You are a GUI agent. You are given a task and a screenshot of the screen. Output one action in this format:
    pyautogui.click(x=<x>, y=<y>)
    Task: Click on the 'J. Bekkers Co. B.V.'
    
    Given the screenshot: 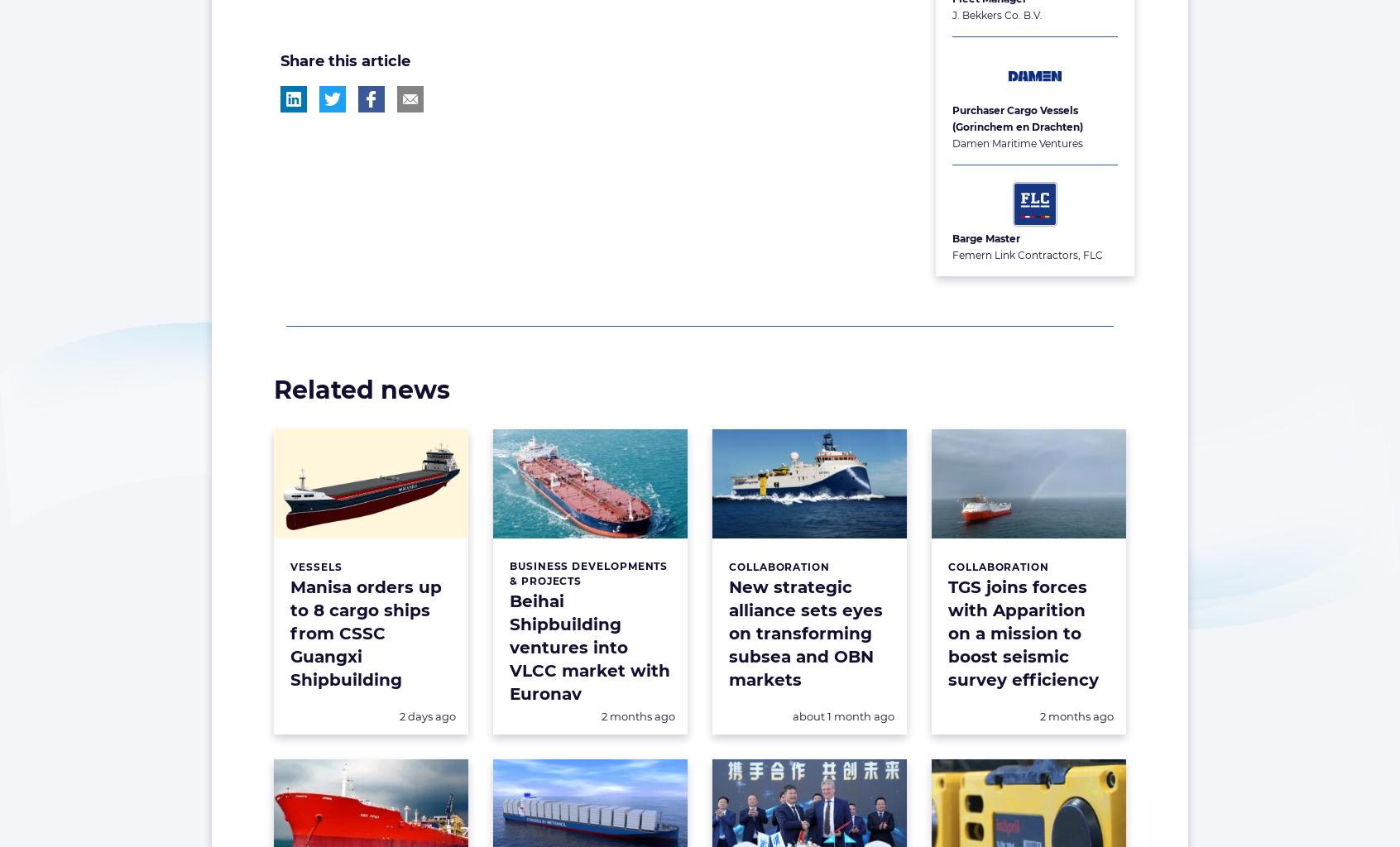 What is the action you would take?
    pyautogui.click(x=997, y=15)
    